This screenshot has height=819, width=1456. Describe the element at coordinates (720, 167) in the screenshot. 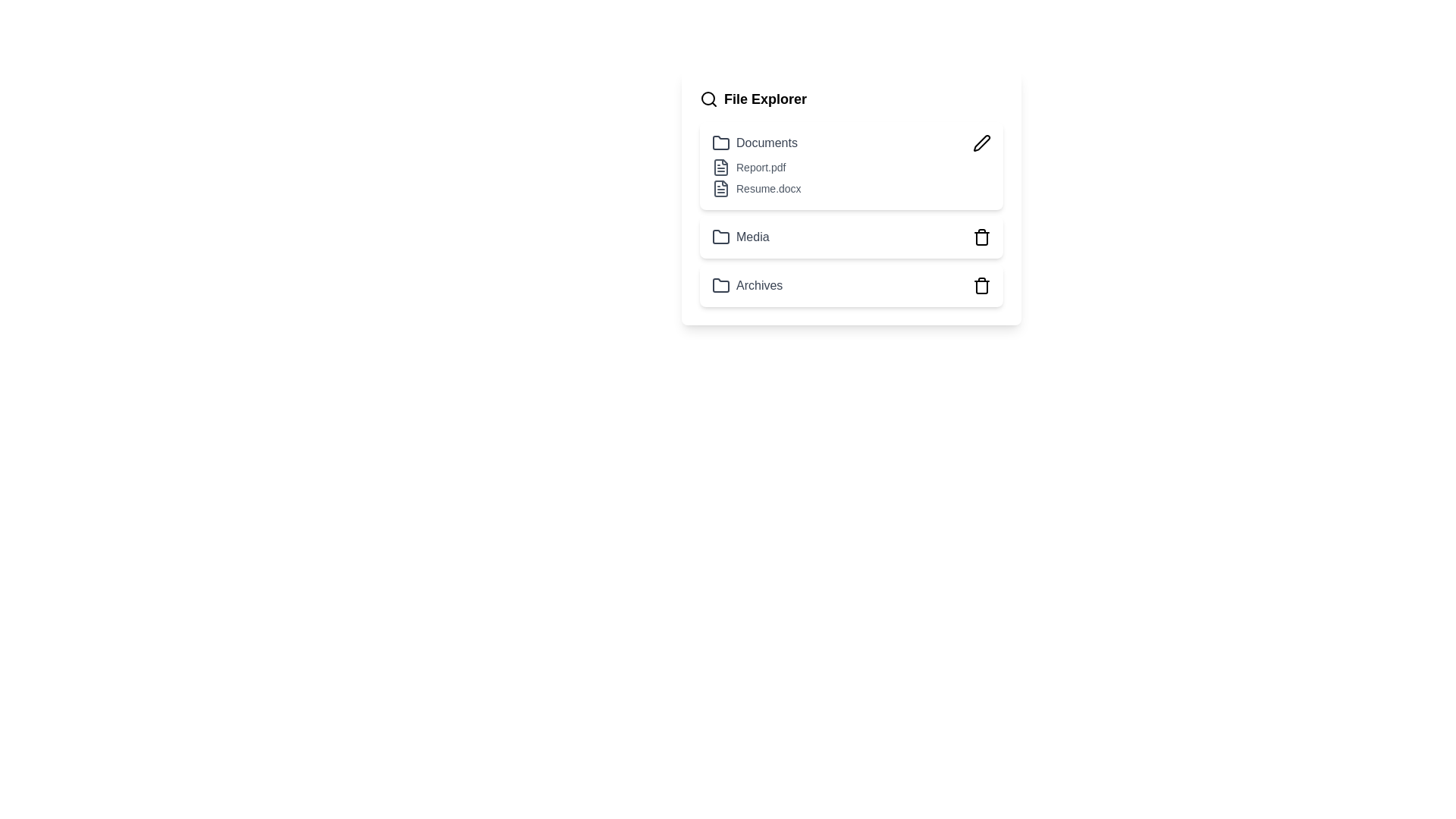

I see `the greyish-blue document icon in the 'File Explorer' section, located slightly to the left of 'Report.pdf'` at that location.